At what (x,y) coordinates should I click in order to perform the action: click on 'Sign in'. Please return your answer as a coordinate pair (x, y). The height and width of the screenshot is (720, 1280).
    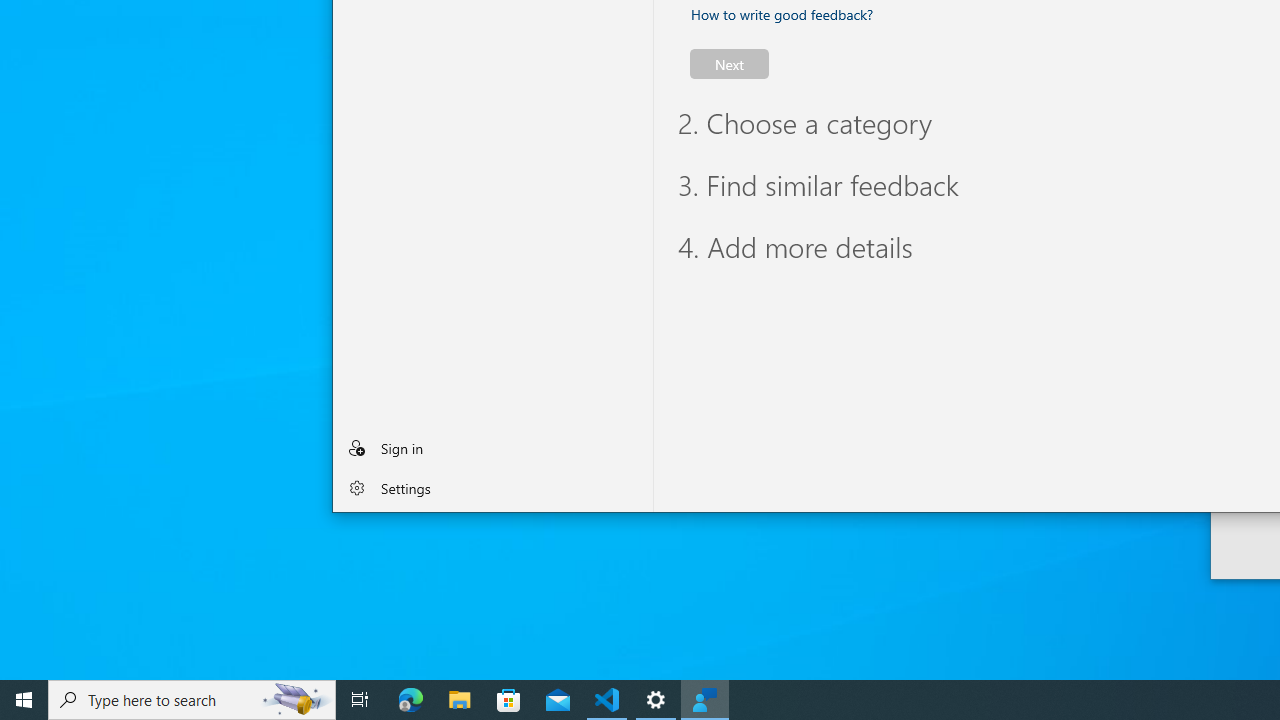
    Looking at the image, I should click on (492, 446).